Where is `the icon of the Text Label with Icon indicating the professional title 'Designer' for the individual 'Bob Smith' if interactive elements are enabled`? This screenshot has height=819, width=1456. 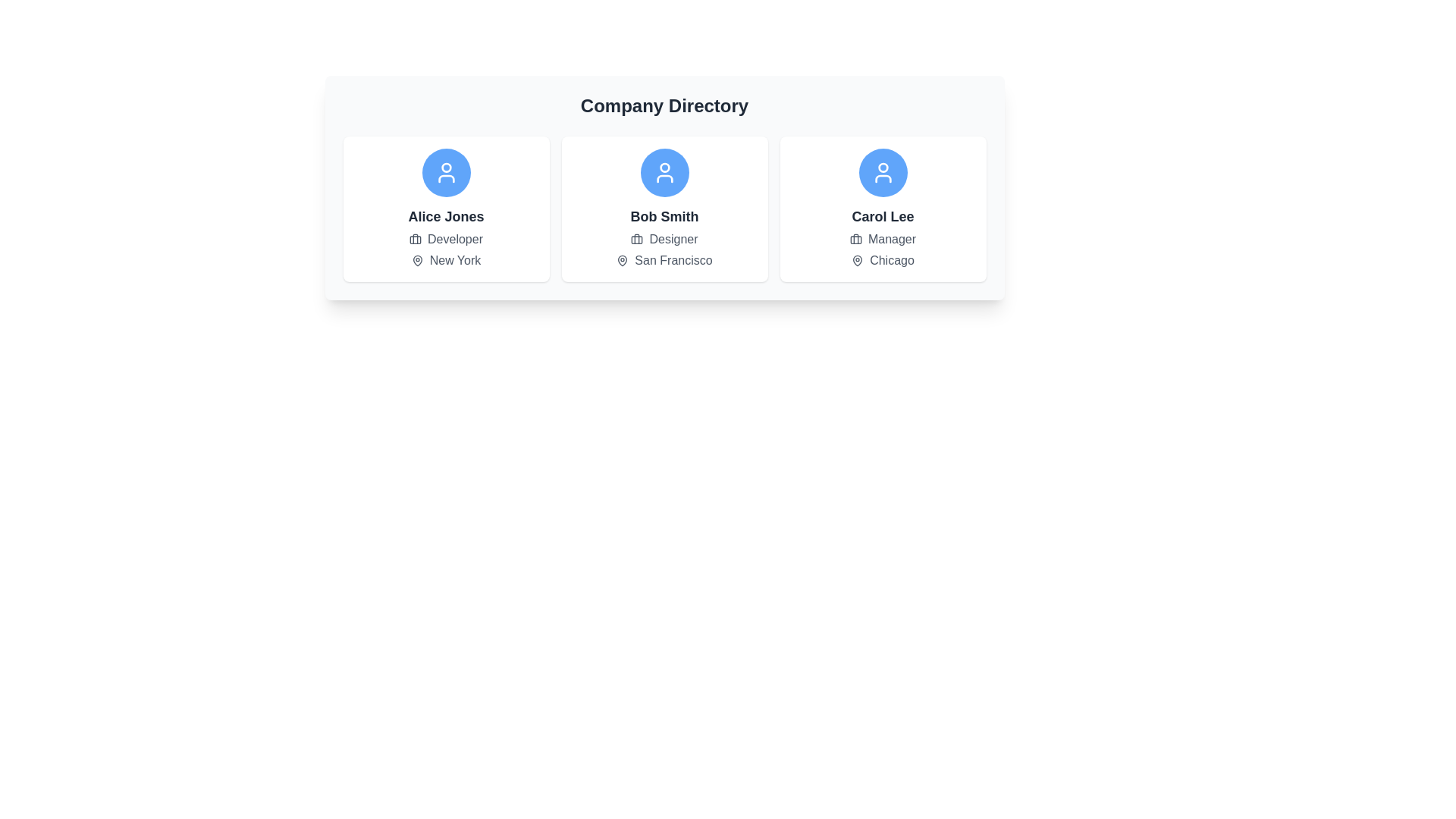 the icon of the Text Label with Icon indicating the professional title 'Designer' for the individual 'Bob Smith' if interactive elements are enabled is located at coordinates (664, 239).